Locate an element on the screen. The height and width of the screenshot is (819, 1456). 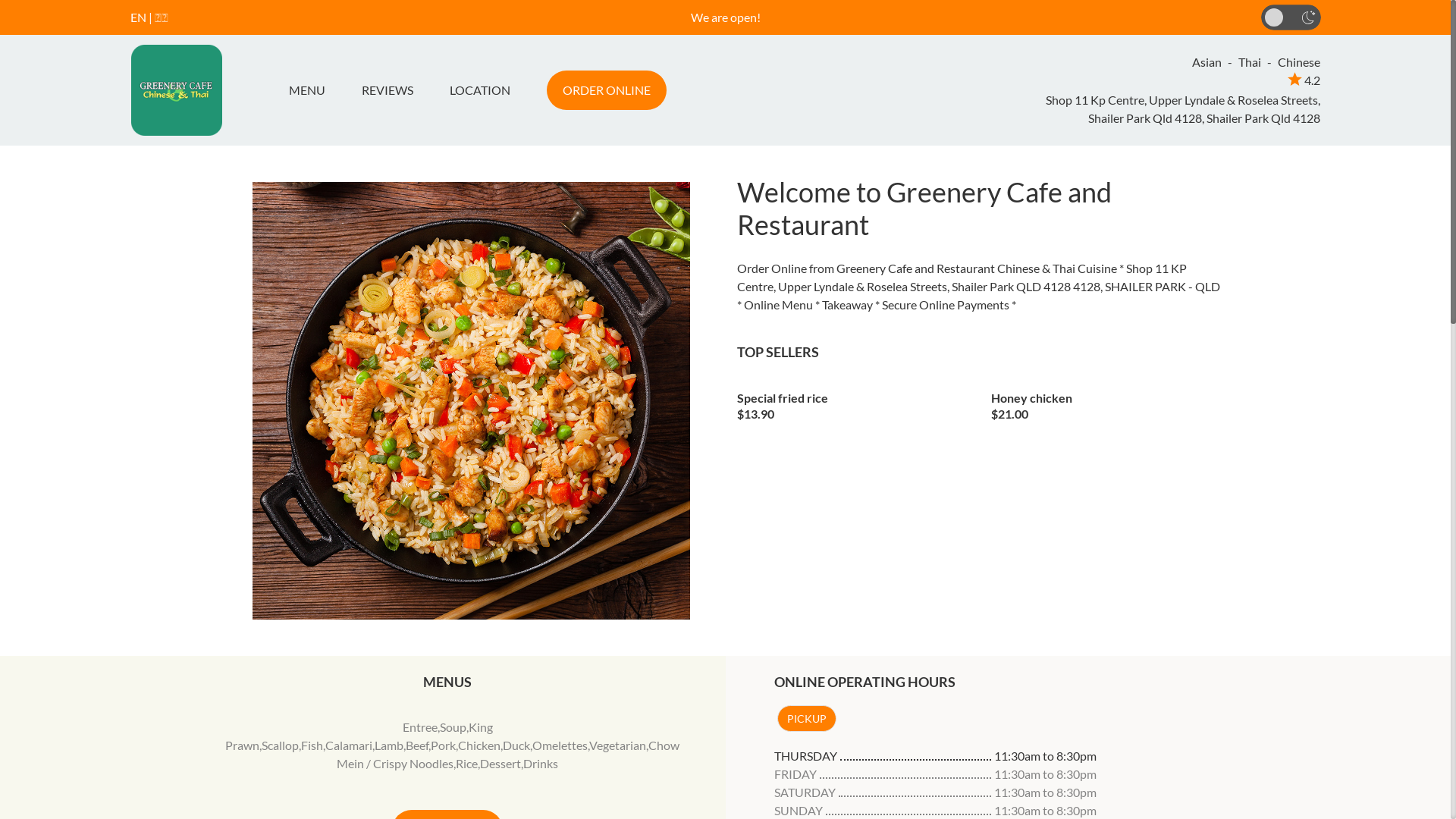
'Beef' is located at coordinates (417, 744).